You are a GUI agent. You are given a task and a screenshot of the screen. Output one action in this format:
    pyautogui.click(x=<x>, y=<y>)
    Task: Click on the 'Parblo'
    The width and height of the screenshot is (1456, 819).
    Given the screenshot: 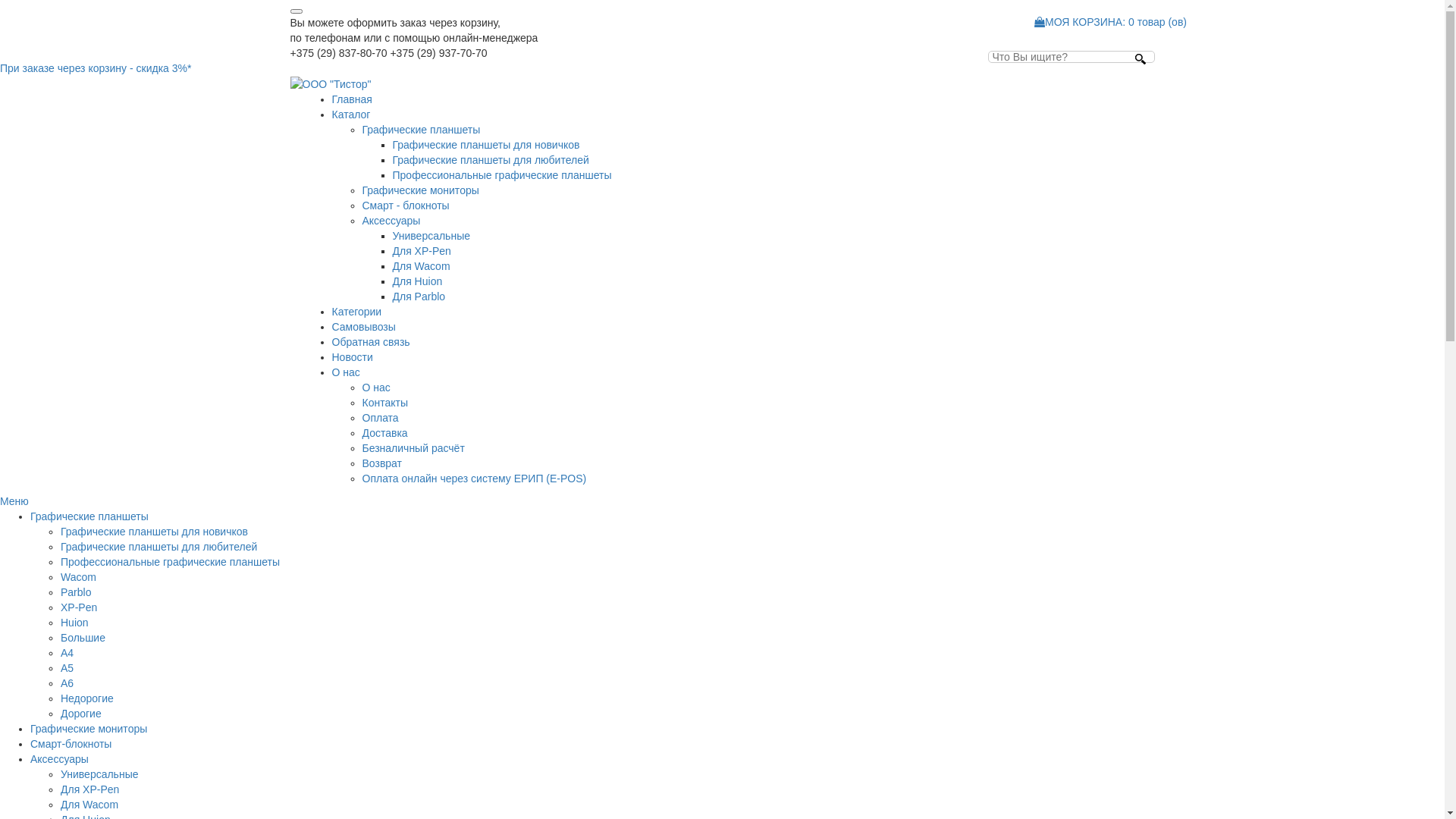 What is the action you would take?
    pyautogui.click(x=75, y=591)
    